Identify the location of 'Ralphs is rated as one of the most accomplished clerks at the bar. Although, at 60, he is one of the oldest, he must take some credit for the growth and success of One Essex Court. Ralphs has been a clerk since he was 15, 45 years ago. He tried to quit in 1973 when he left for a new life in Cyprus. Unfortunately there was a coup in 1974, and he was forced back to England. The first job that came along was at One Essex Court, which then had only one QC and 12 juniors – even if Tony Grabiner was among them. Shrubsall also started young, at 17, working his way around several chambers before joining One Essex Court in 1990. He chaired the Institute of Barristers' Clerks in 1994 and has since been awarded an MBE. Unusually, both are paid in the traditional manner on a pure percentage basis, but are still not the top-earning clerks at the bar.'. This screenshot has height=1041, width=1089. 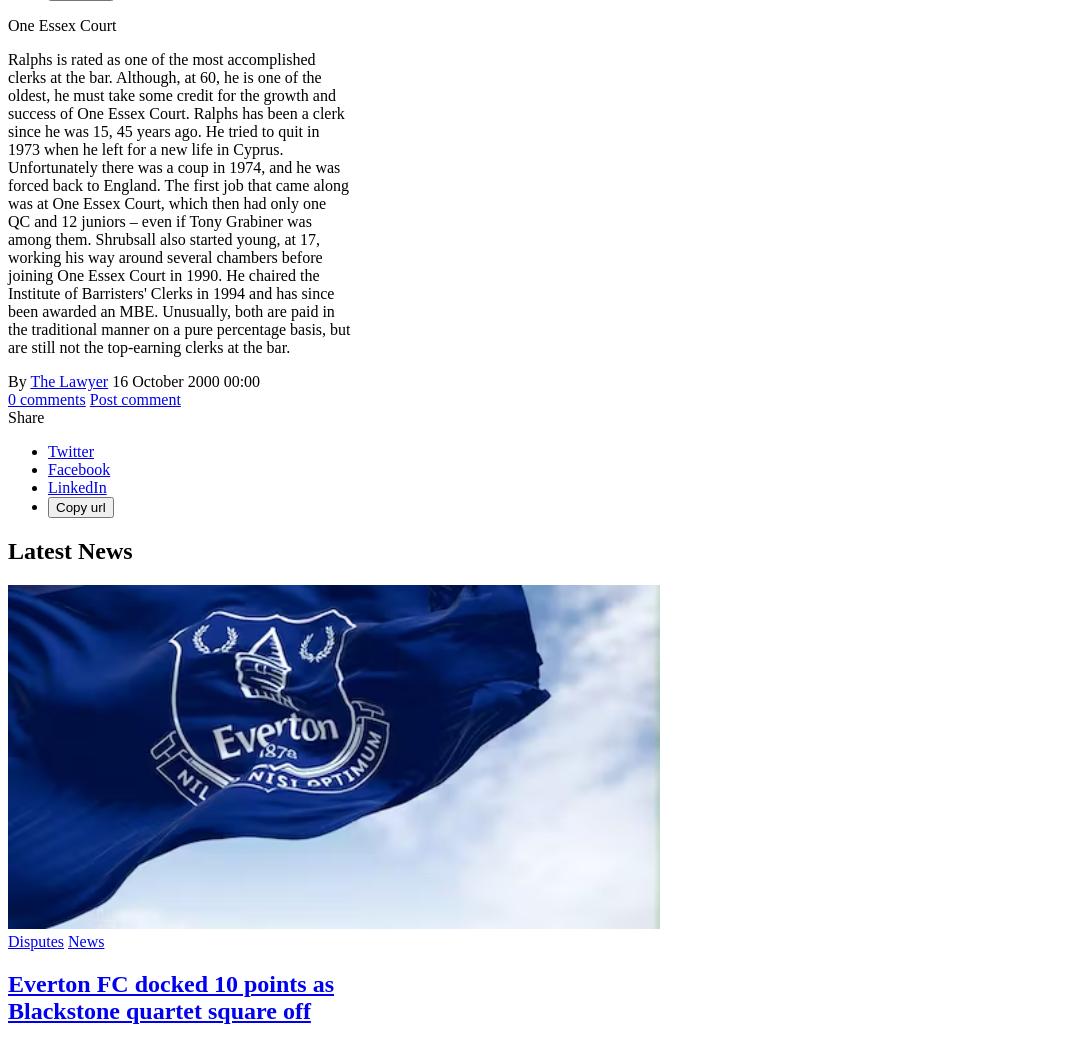
(179, 203).